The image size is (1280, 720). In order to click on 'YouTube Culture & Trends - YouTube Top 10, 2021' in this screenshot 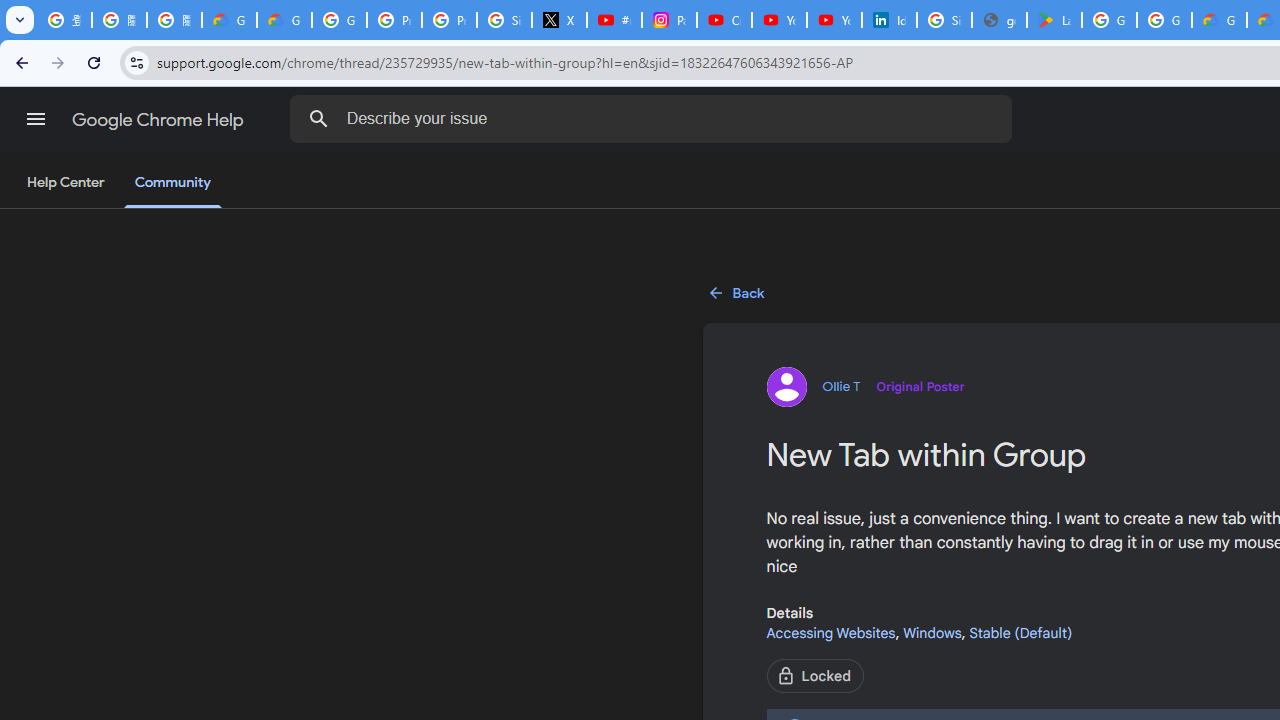, I will do `click(833, 20)`.